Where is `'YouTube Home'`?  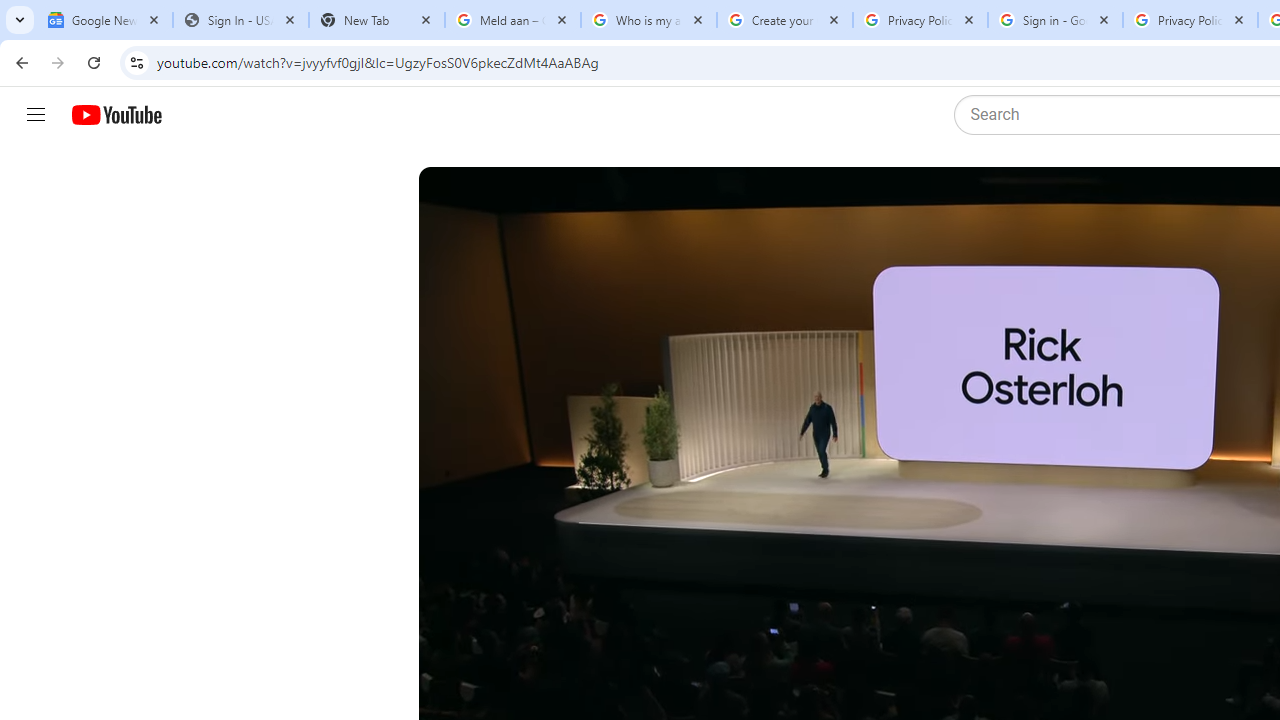
'YouTube Home' is located at coordinates (115, 115).